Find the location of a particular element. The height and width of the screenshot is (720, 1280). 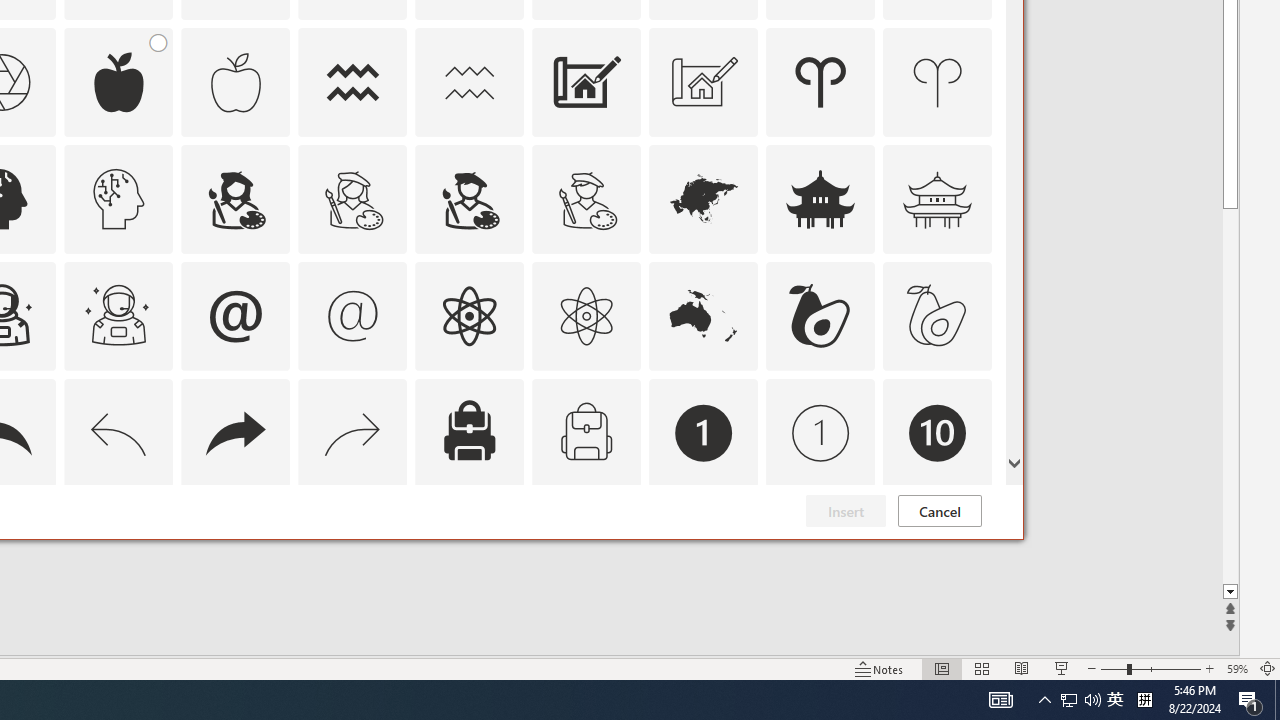

'AutomationID: Icons_Asia' is located at coordinates (704, 198).